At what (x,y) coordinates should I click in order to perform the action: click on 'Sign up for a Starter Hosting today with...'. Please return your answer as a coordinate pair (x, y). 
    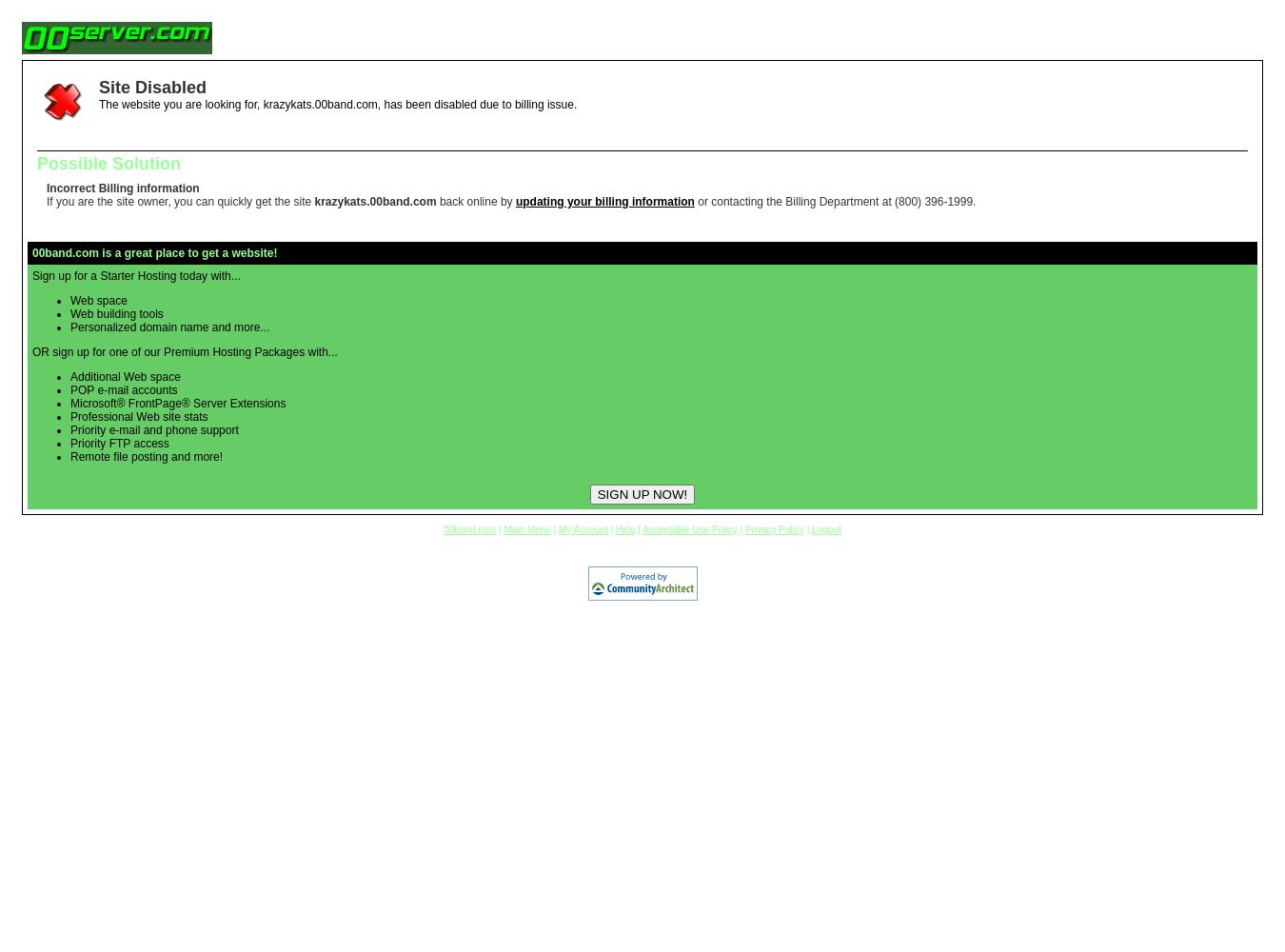
    Looking at the image, I should click on (135, 276).